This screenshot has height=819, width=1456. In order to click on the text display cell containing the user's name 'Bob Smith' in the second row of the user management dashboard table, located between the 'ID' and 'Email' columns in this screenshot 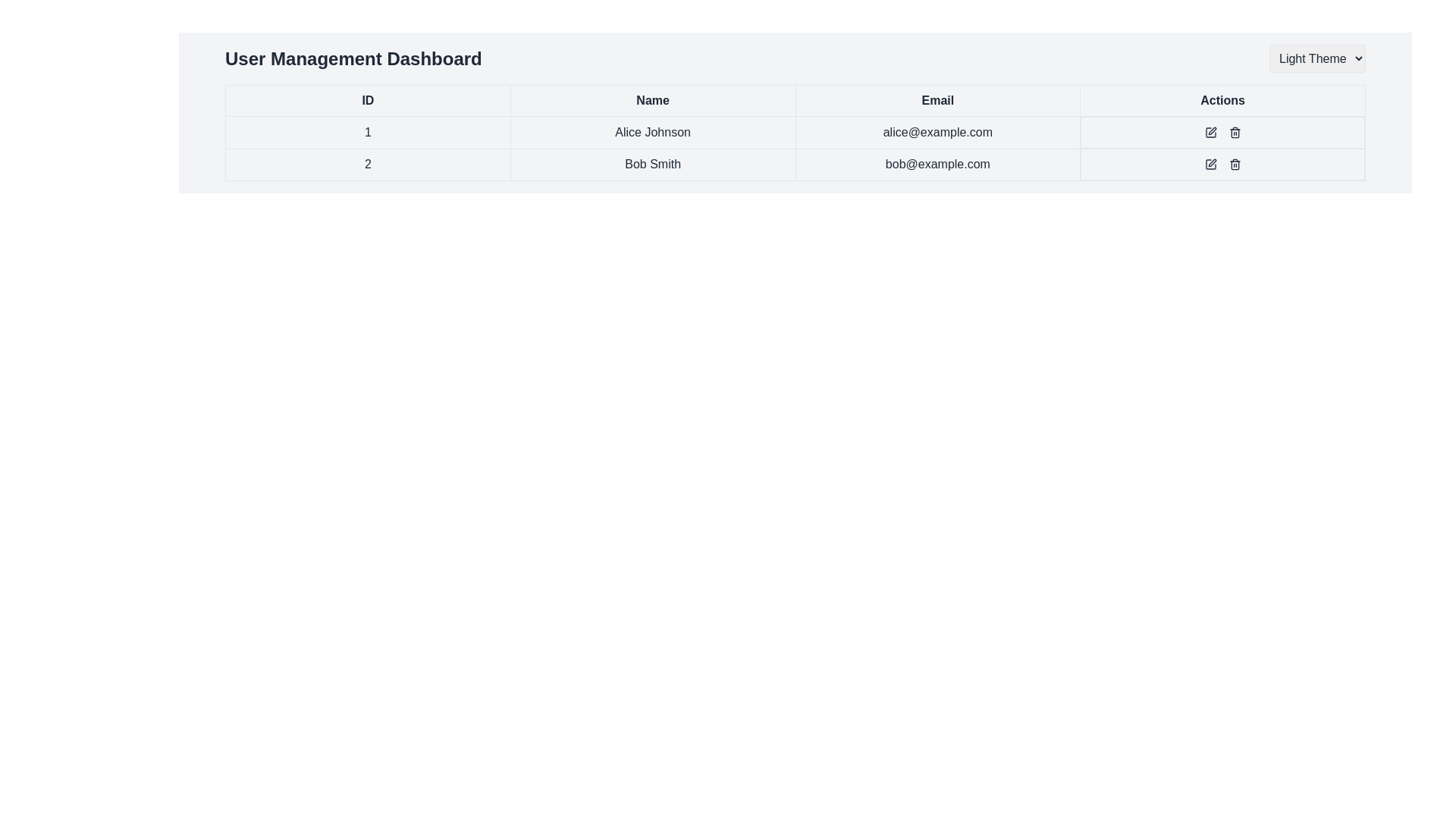, I will do `click(653, 165)`.